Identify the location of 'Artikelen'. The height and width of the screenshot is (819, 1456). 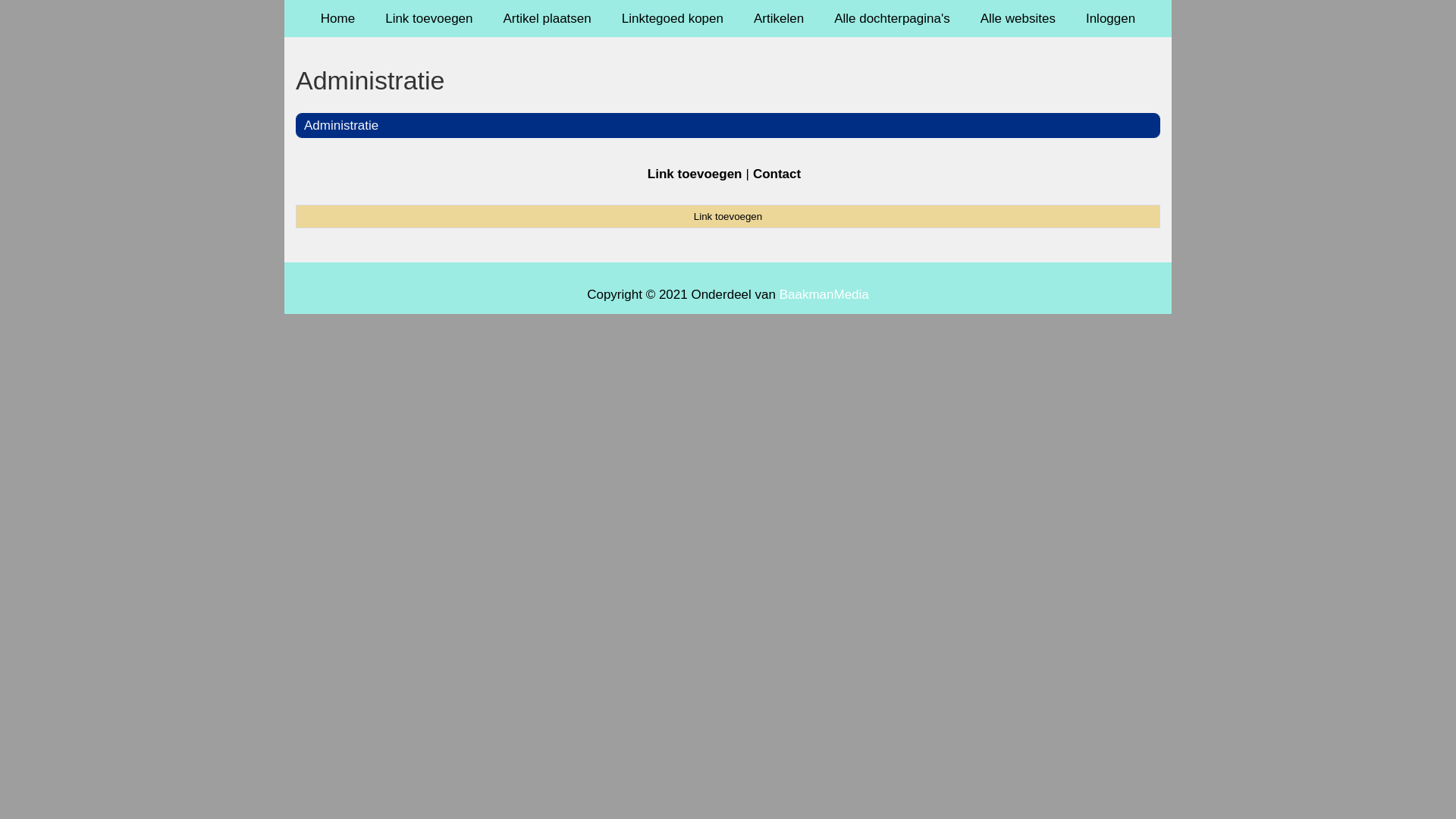
(779, 18).